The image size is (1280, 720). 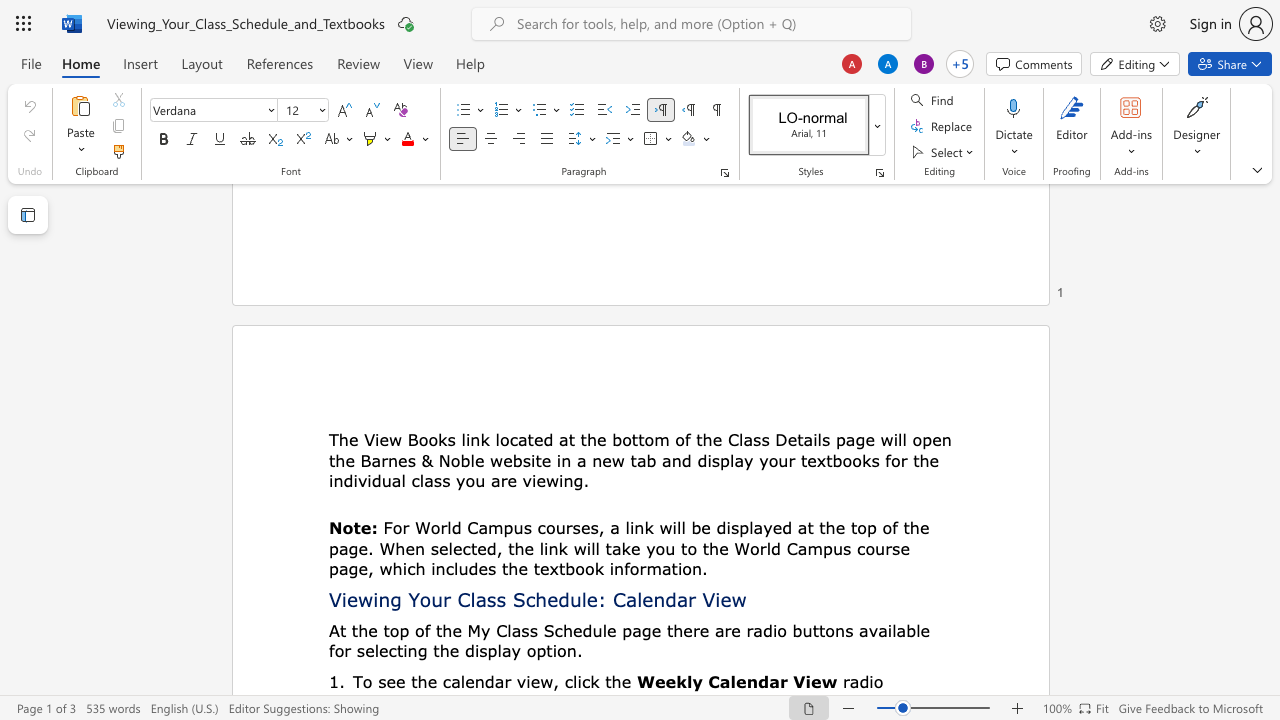 What do you see at coordinates (768, 680) in the screenshot?
I see `the space between the continuous character "d" and "a" in the text` at bounding box center [768, 680].